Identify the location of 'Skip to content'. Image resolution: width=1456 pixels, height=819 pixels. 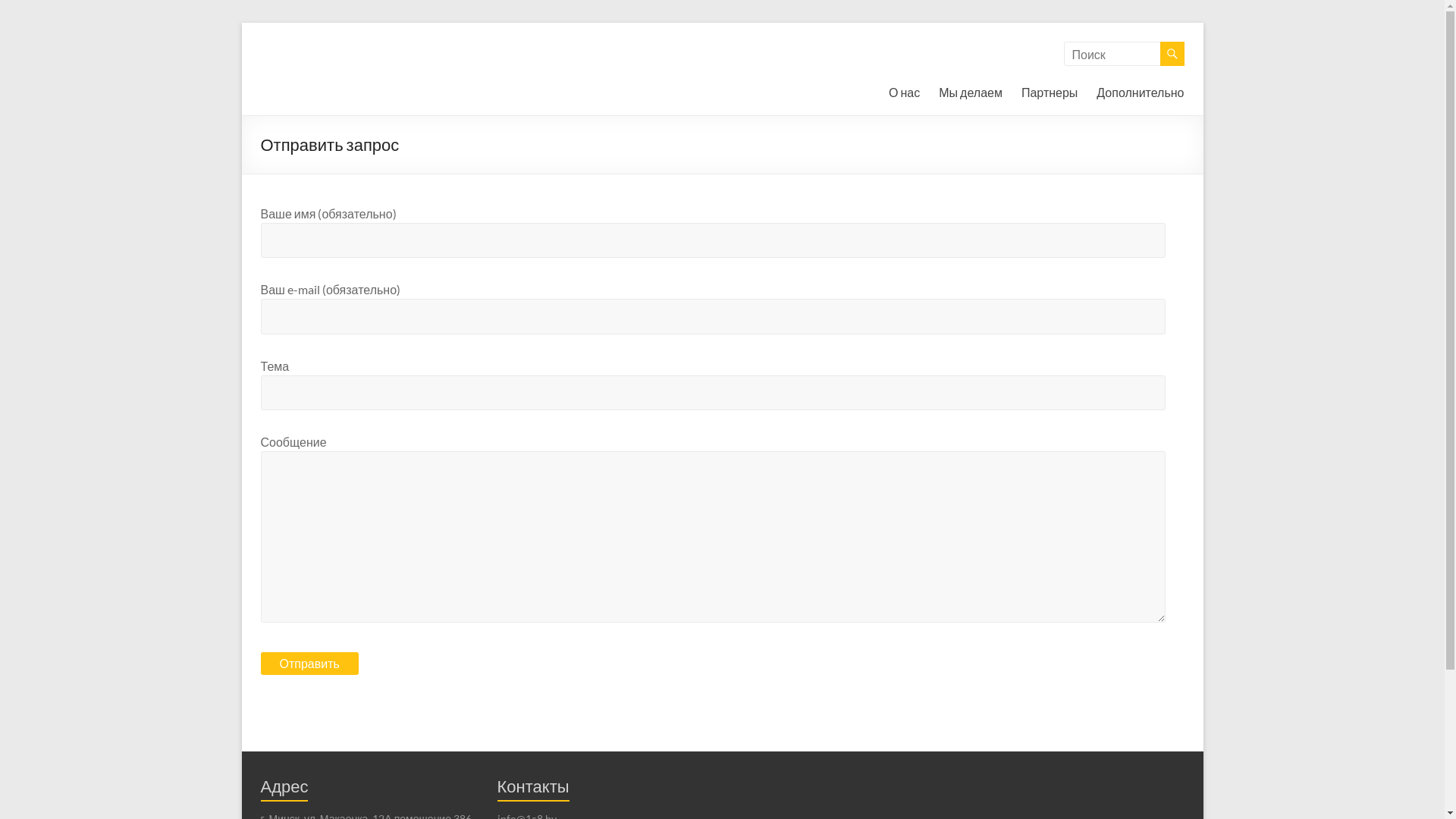
(240, 22).